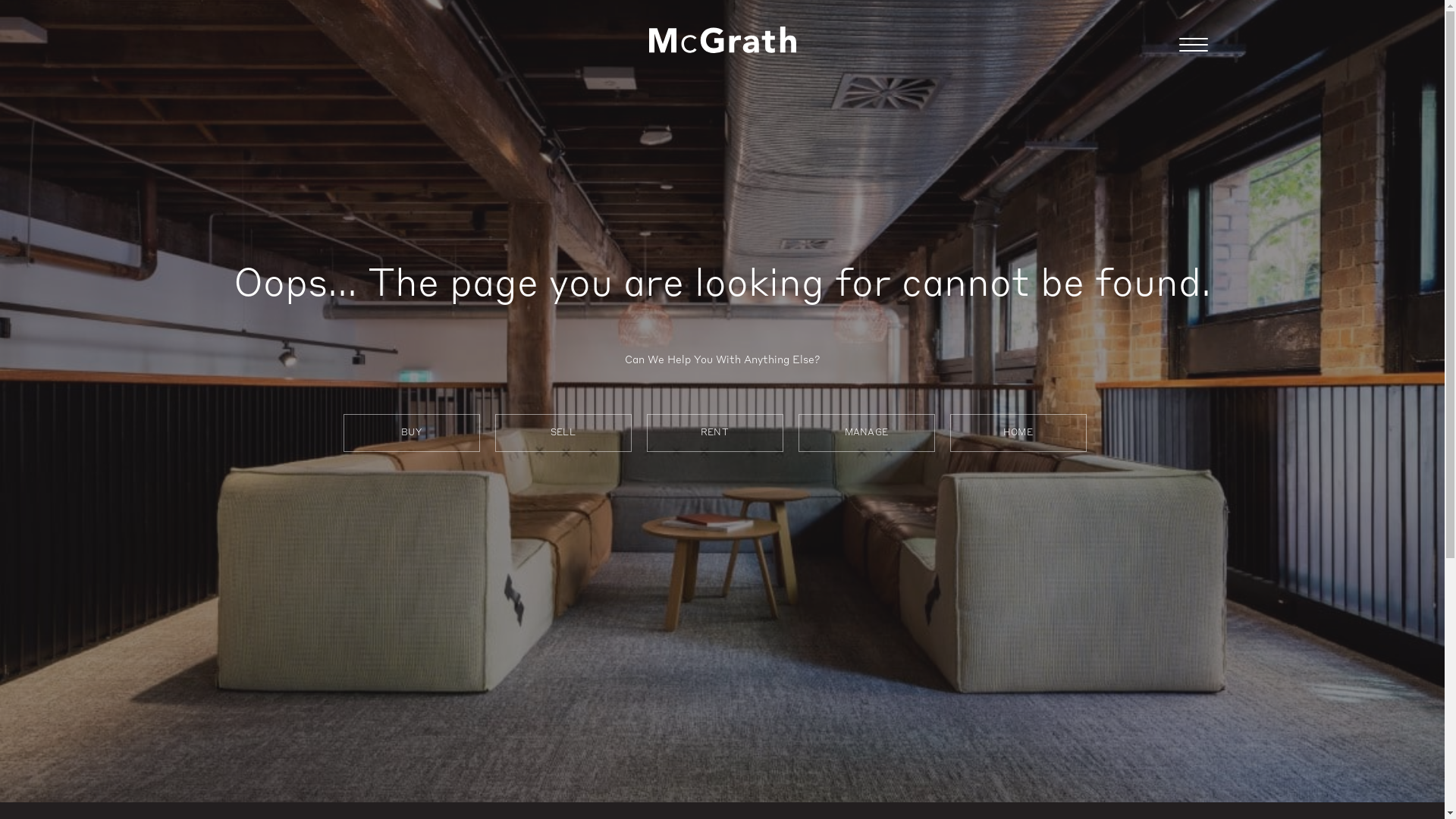 The image size is (1456, 819). Describe the element at coordinates (1018, 432) in the screenshot. I see `'HOME'` at that location.